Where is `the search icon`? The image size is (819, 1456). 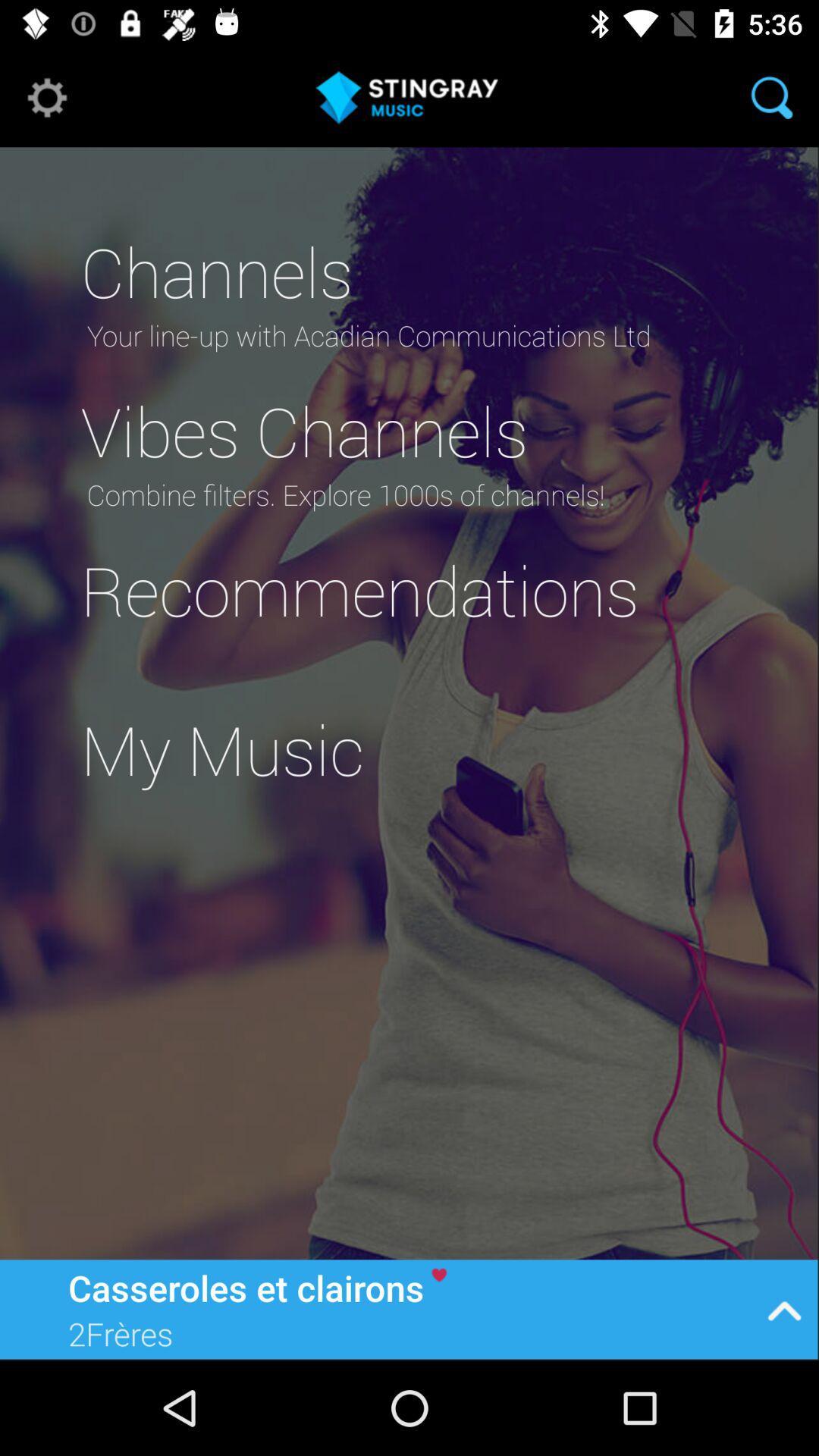 the search icon is located at coordinates (771, 96).